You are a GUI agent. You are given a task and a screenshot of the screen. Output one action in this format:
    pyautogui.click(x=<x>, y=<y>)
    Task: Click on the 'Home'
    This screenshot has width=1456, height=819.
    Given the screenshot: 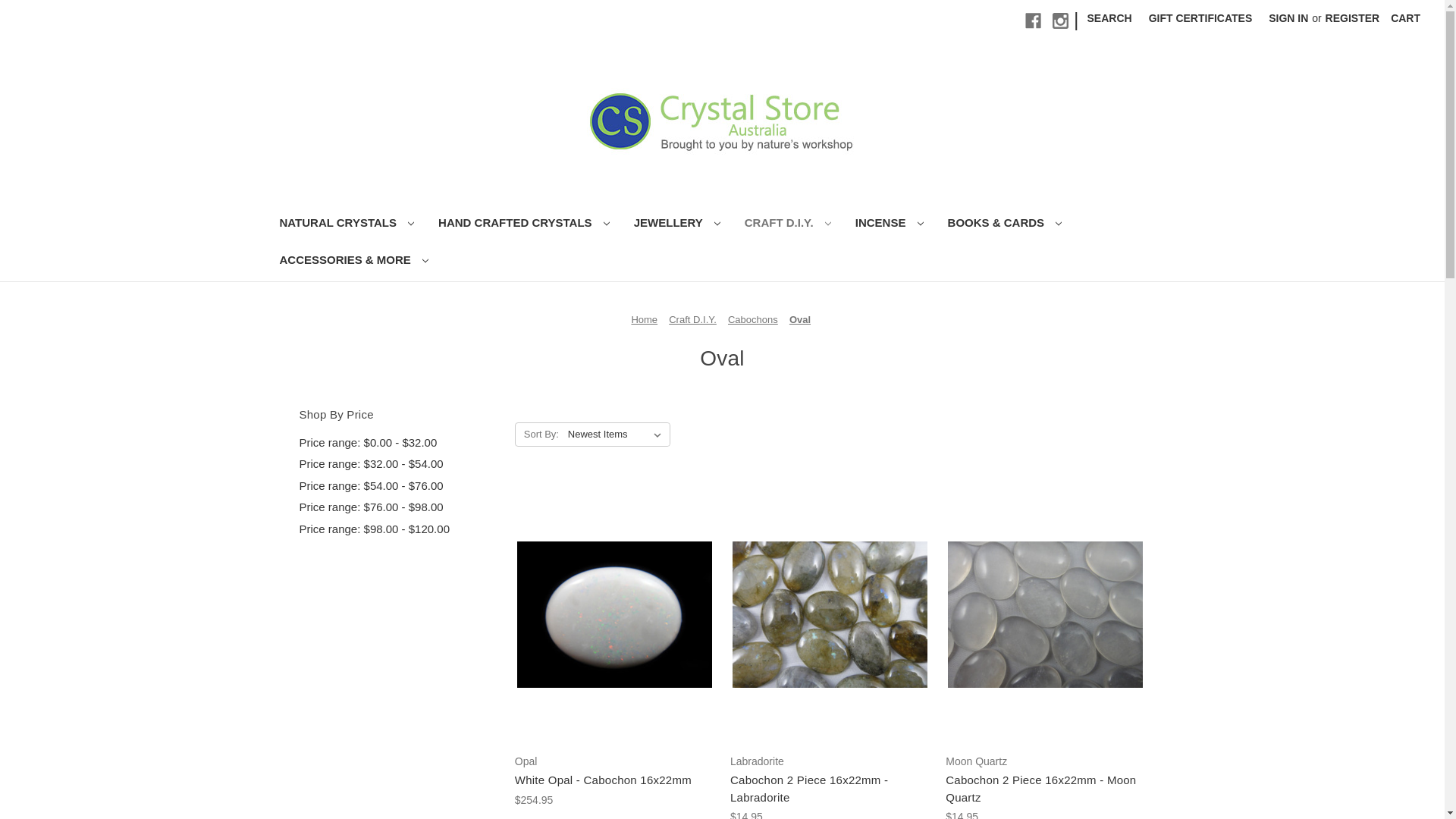 What is the action you would take?
    pyautogui.click(x=644, y=318)
    